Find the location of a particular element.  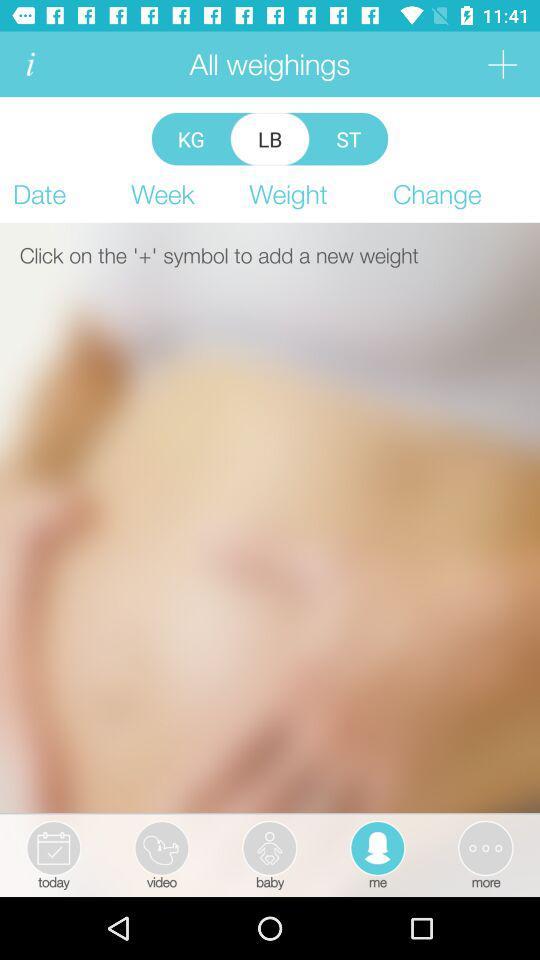

icon next to kg radio button is located at coordinates (270, 138).